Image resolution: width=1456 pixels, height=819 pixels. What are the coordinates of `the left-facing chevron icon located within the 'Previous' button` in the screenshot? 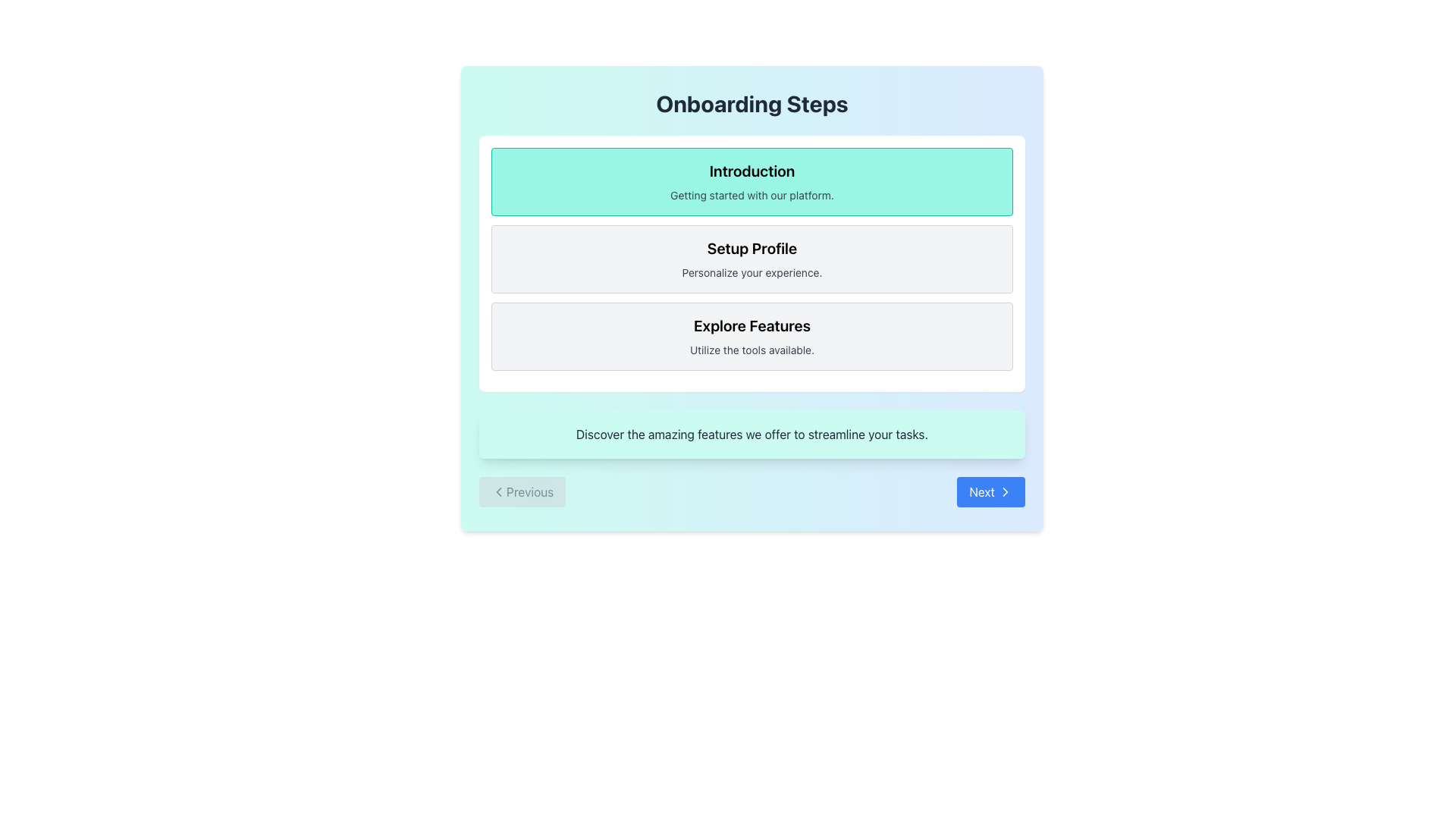 It's located at (498, 491).